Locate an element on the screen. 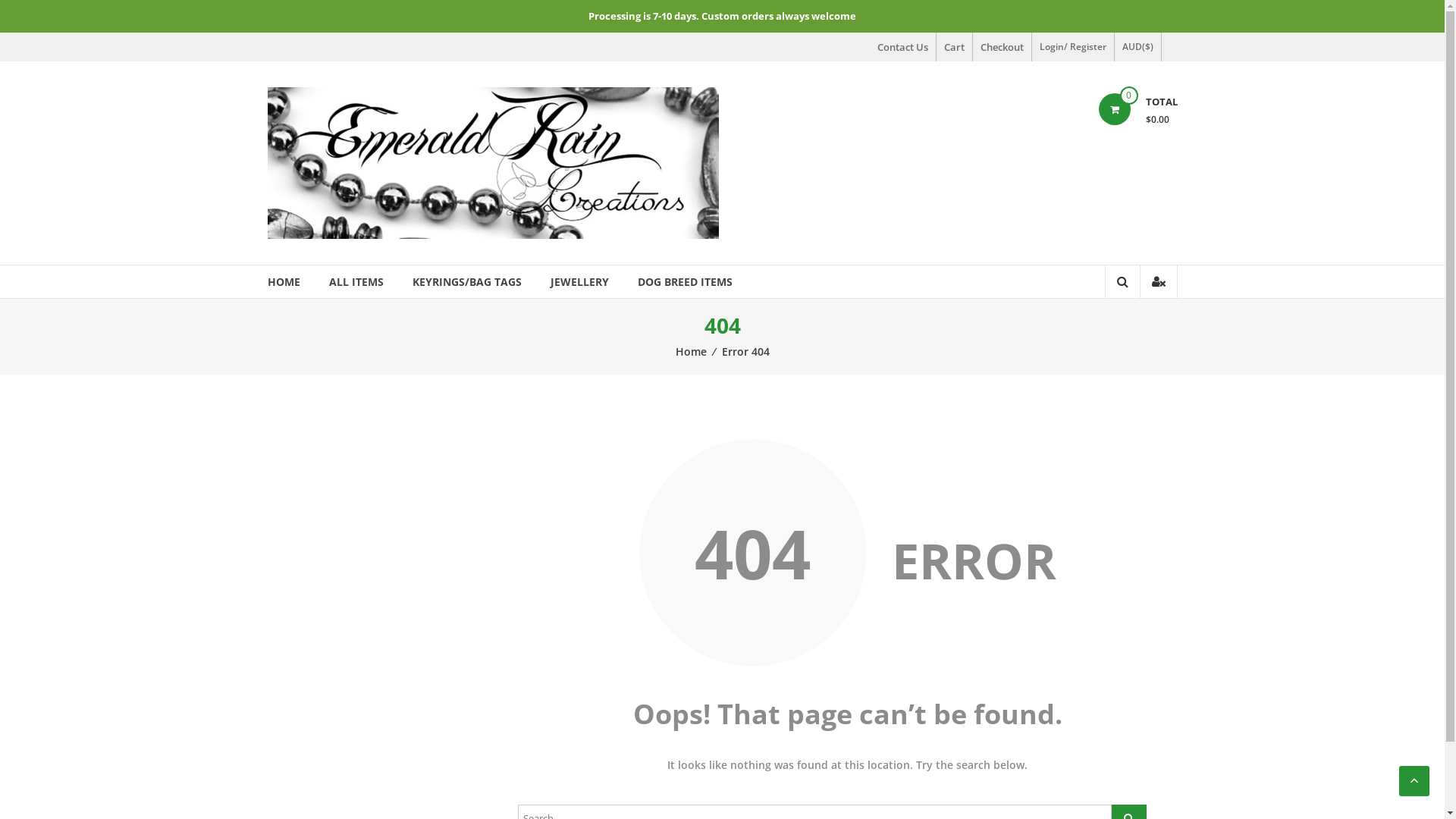 The width and height of the screenshot is (1456, 819). 'KEYRINGS/BAG TAGS' is located at coordinates (466, 281).